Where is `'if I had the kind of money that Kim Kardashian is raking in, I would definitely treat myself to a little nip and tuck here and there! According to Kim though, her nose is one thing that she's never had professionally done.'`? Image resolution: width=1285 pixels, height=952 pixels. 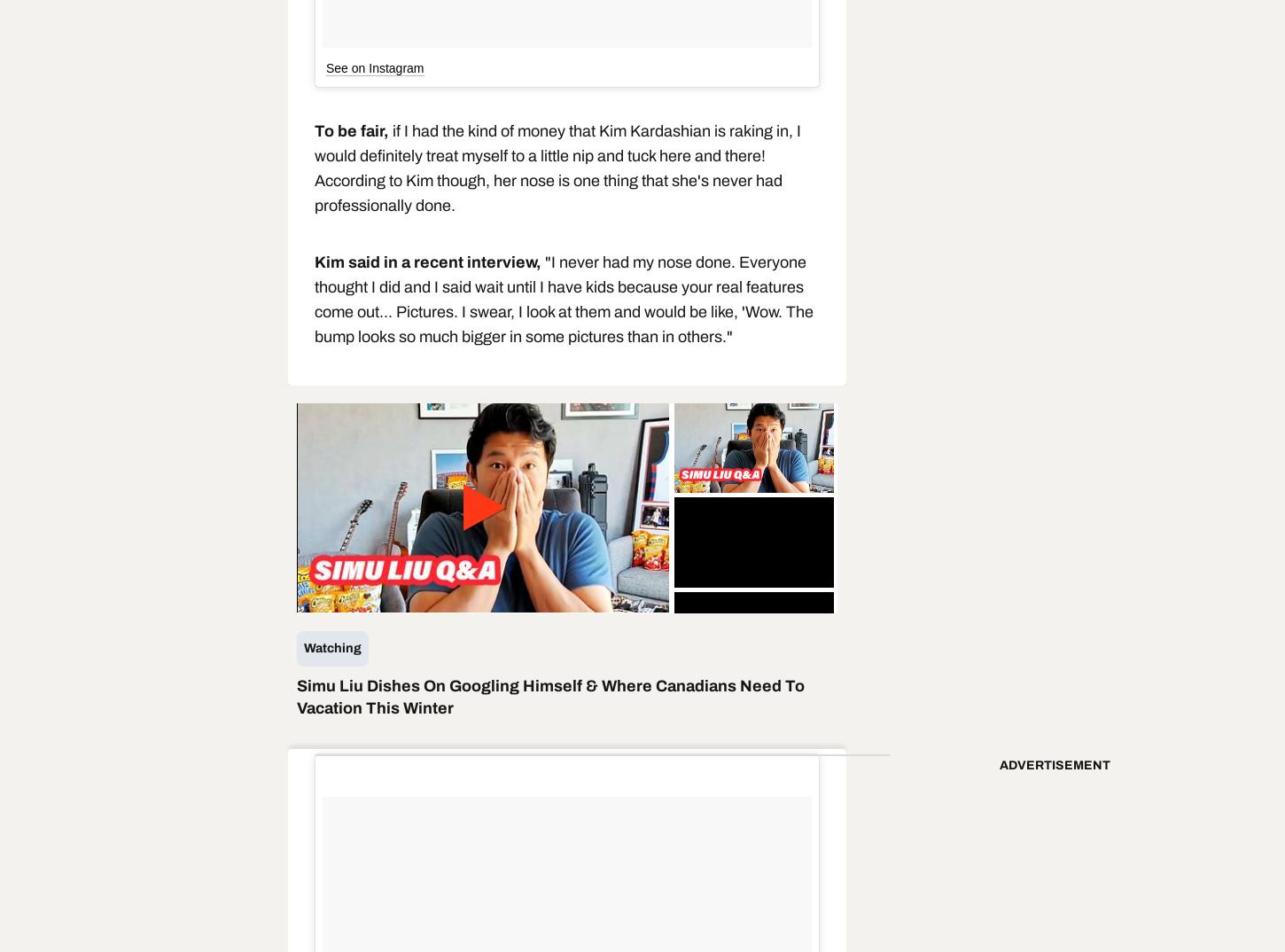
'if I had the kind of money that Kim Kardashian is raking in, I would definitely treat myself to a little nip and tuck here and there! According to Kim though, her nose is one thing that she's never had professionally done.' is located at coordinates (557, 168).